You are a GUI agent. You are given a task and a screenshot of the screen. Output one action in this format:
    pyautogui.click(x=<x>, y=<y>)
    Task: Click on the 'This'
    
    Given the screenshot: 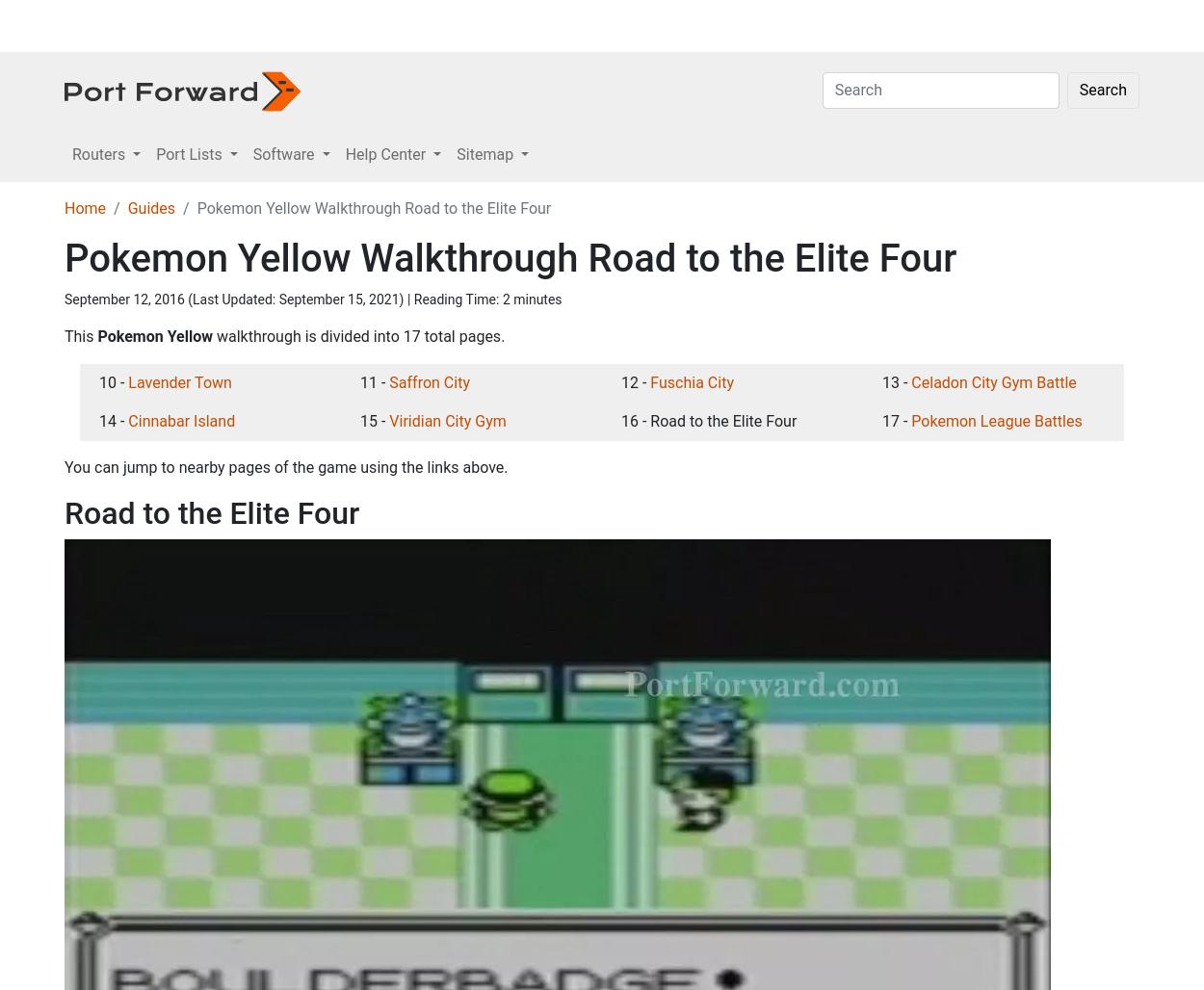 What is the action you would take?
    pyautogui.click(x=64, y=739)
    